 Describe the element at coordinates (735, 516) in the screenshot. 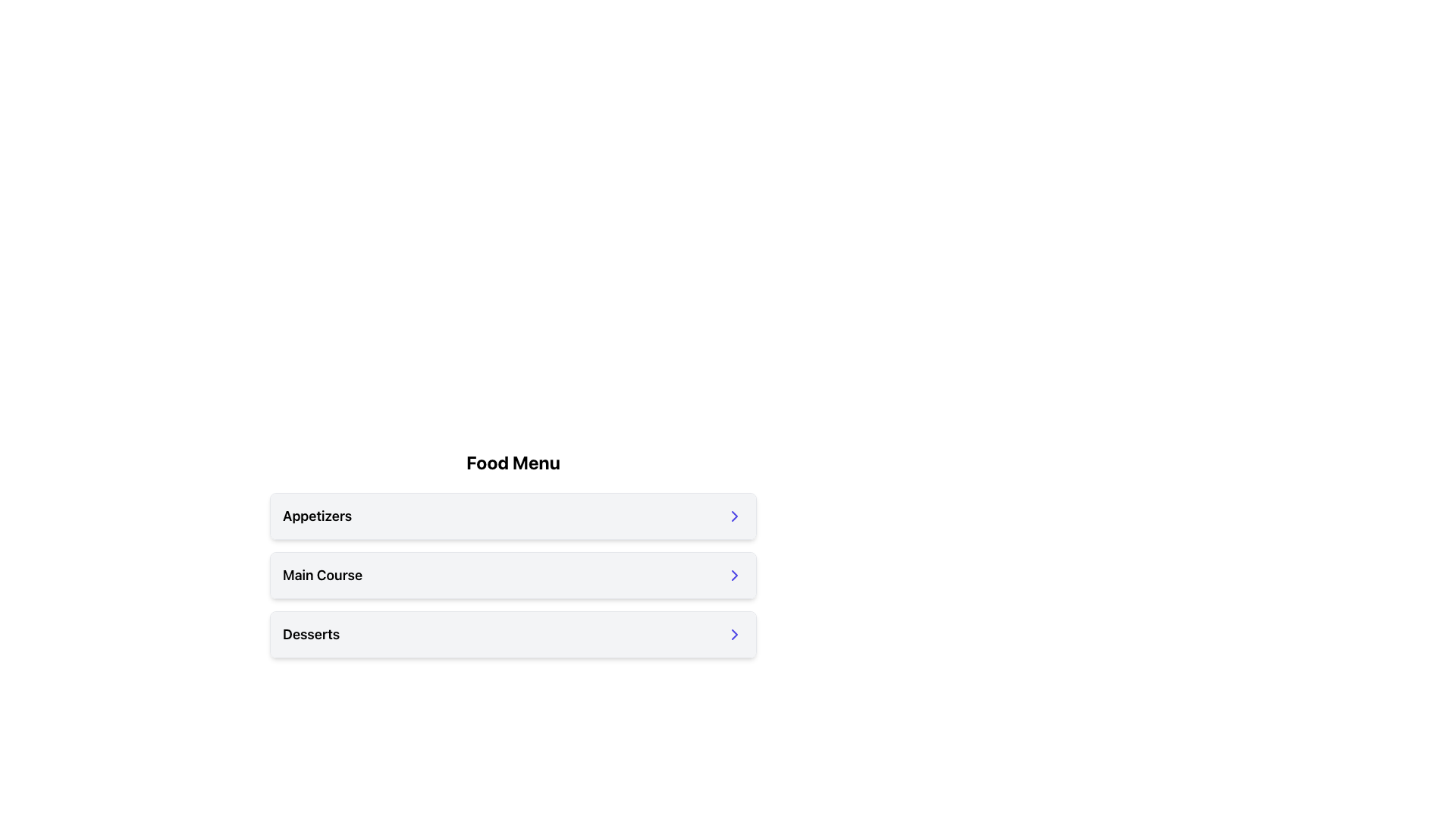

I see `the icon adjacent to the 'Appetizers' label` at that location.